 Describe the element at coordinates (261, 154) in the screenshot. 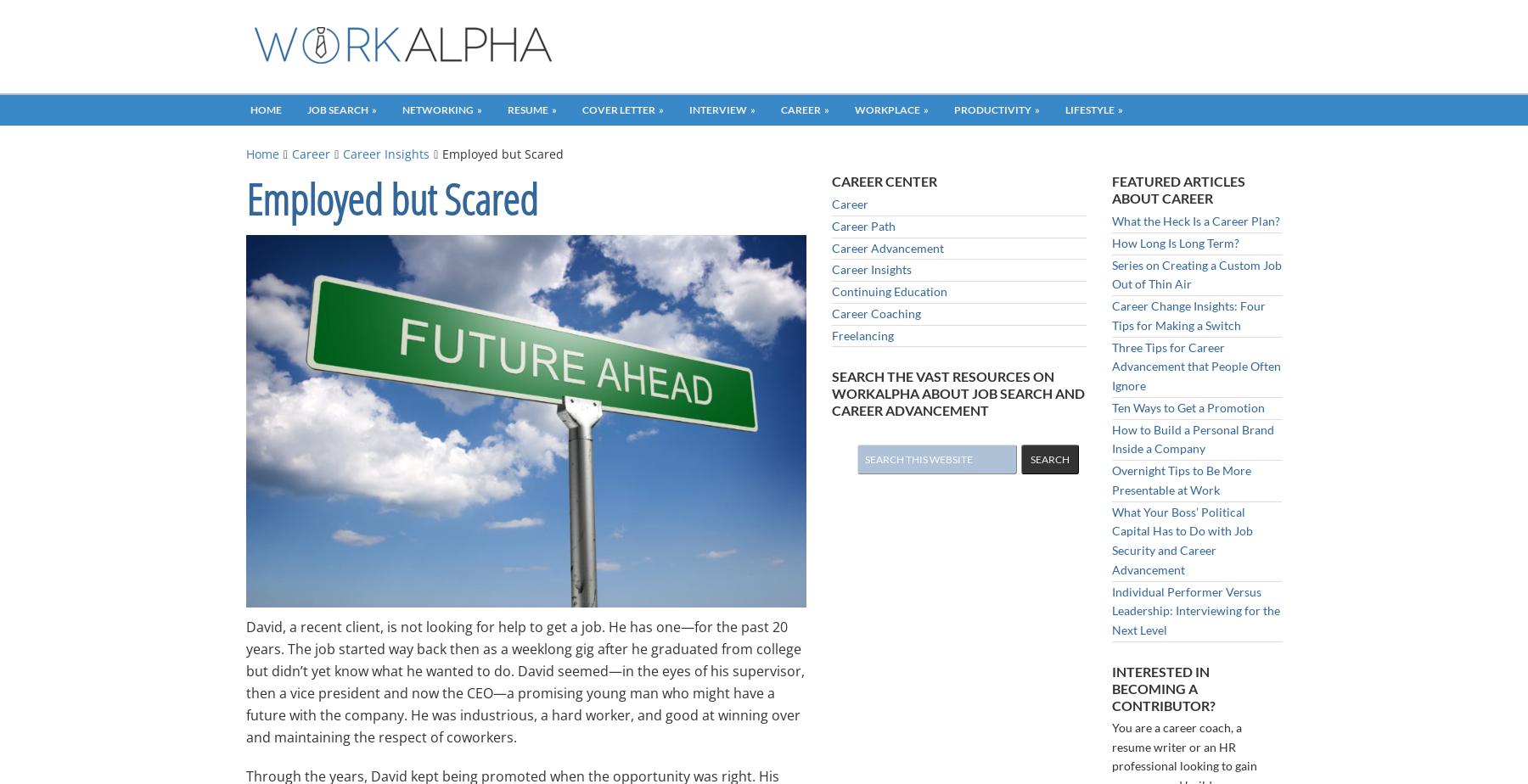

I see `'Home'` at that location.